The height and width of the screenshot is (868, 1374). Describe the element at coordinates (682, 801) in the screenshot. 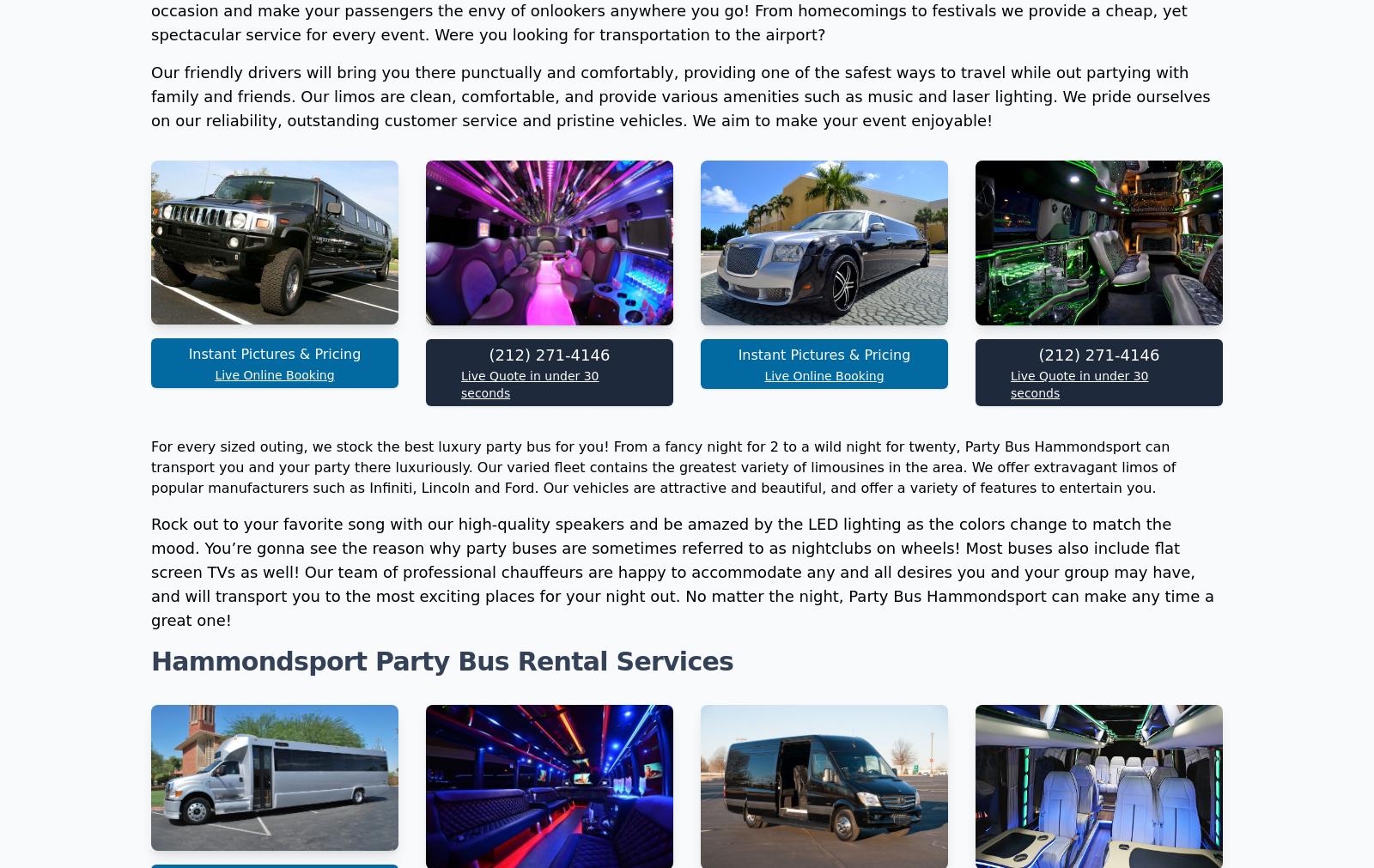

I see `'Rock out to your favorite song with our high-quality speakers and be amazed by the LED lighting as the colors change to match the mood. You’re gonna see the reason why party buses are sometimes referred to as nightclubs on wheels! Most buses also include flat screen TVs as well! Our team of professional chauffeurs are happy to accommodate any and all desires you and your group may have, and will transport you to the most exciting places for your night out. No matter the night, Party Bus Hammondsport can make any time a great one!'` at that location.